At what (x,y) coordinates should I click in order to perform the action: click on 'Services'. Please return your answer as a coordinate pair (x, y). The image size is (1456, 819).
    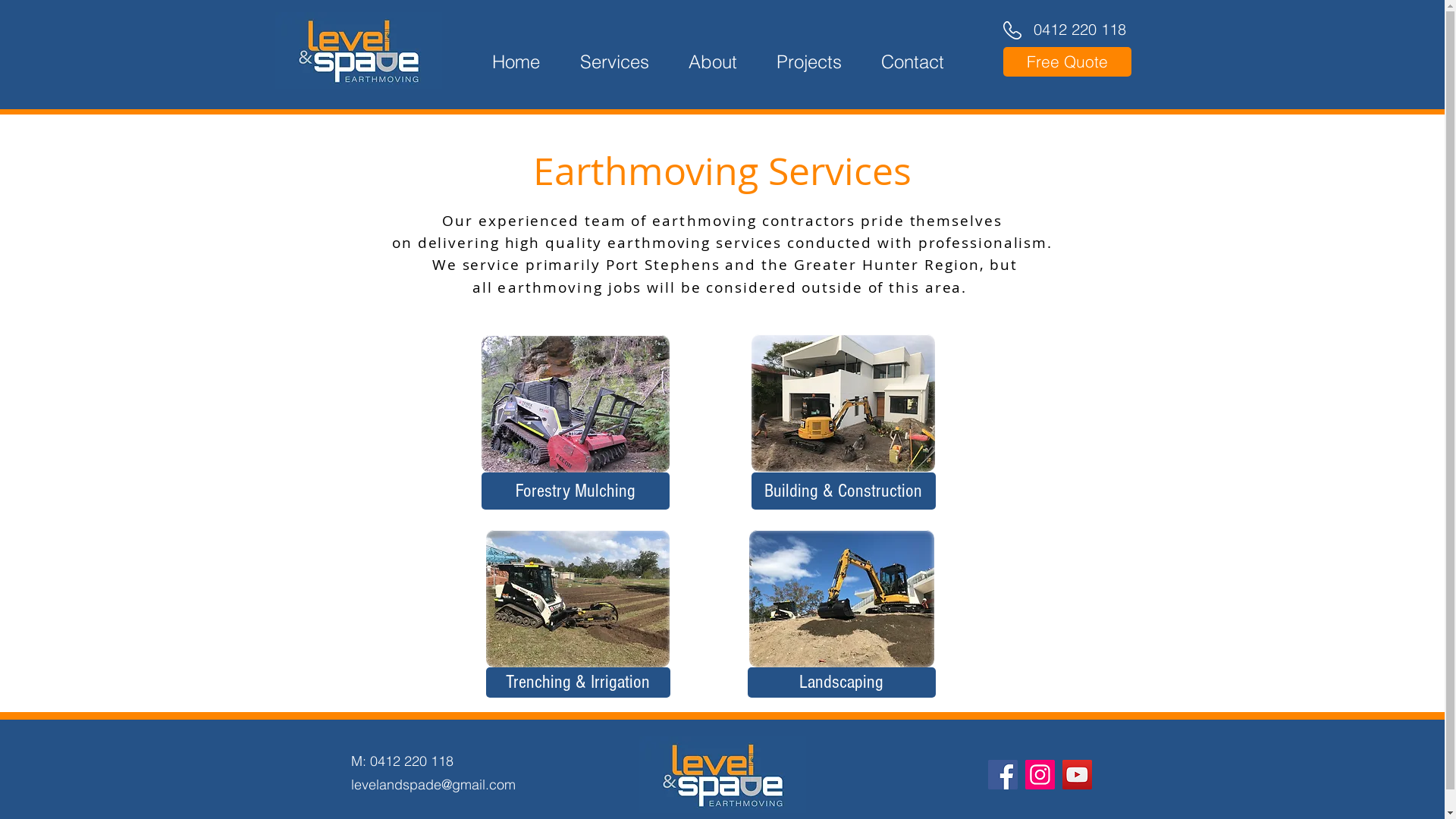
    Looking at the image, I should click on (614, 61).